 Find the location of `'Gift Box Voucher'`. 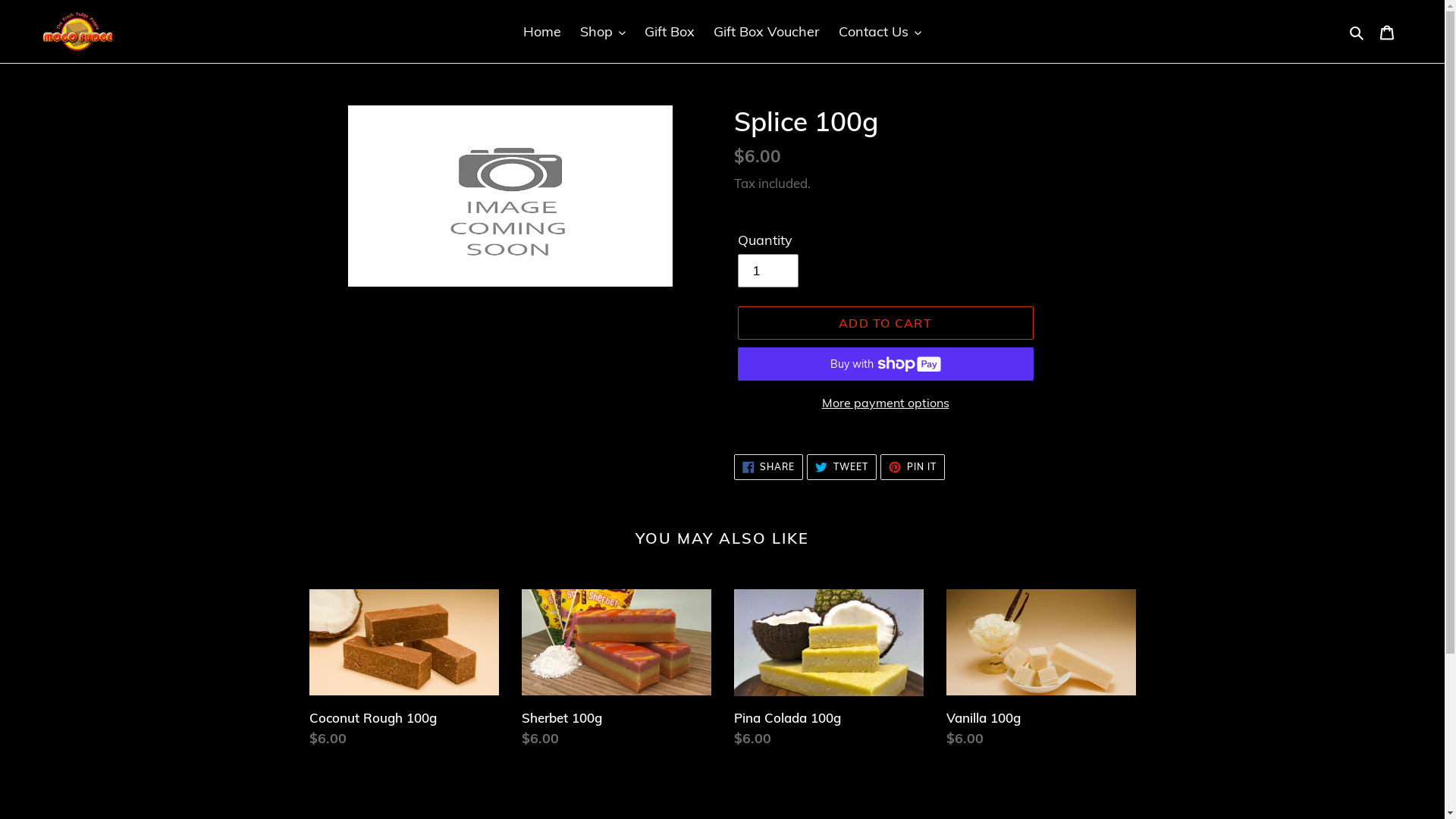

'Gift Box Voucher' is located at coordinates (767, 31).